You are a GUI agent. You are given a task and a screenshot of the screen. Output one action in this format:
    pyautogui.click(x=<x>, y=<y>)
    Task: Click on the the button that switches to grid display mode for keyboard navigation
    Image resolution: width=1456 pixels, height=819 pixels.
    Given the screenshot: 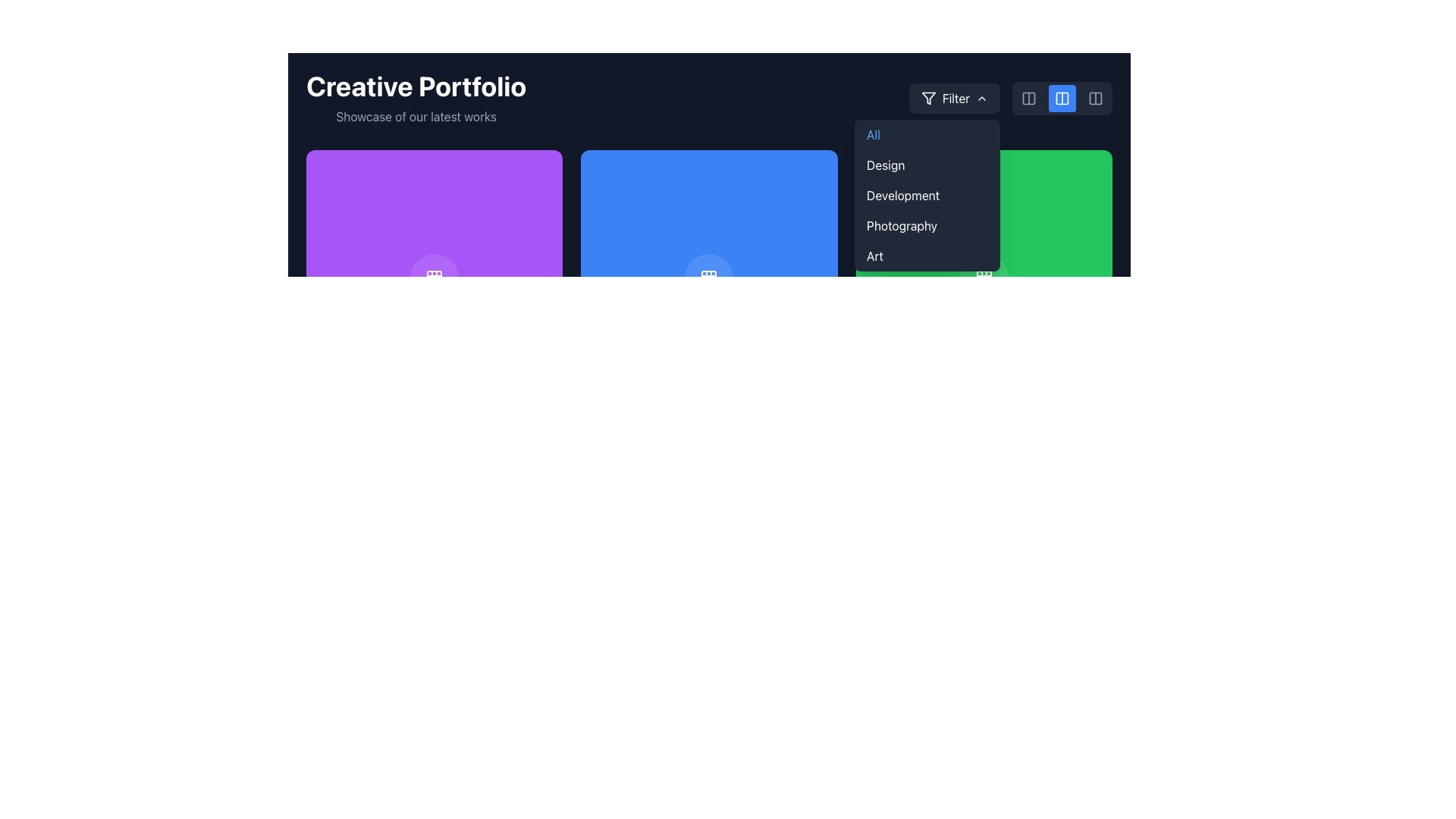 What is the action you would take?
    pyautogui.click(x=708, y=553)
    